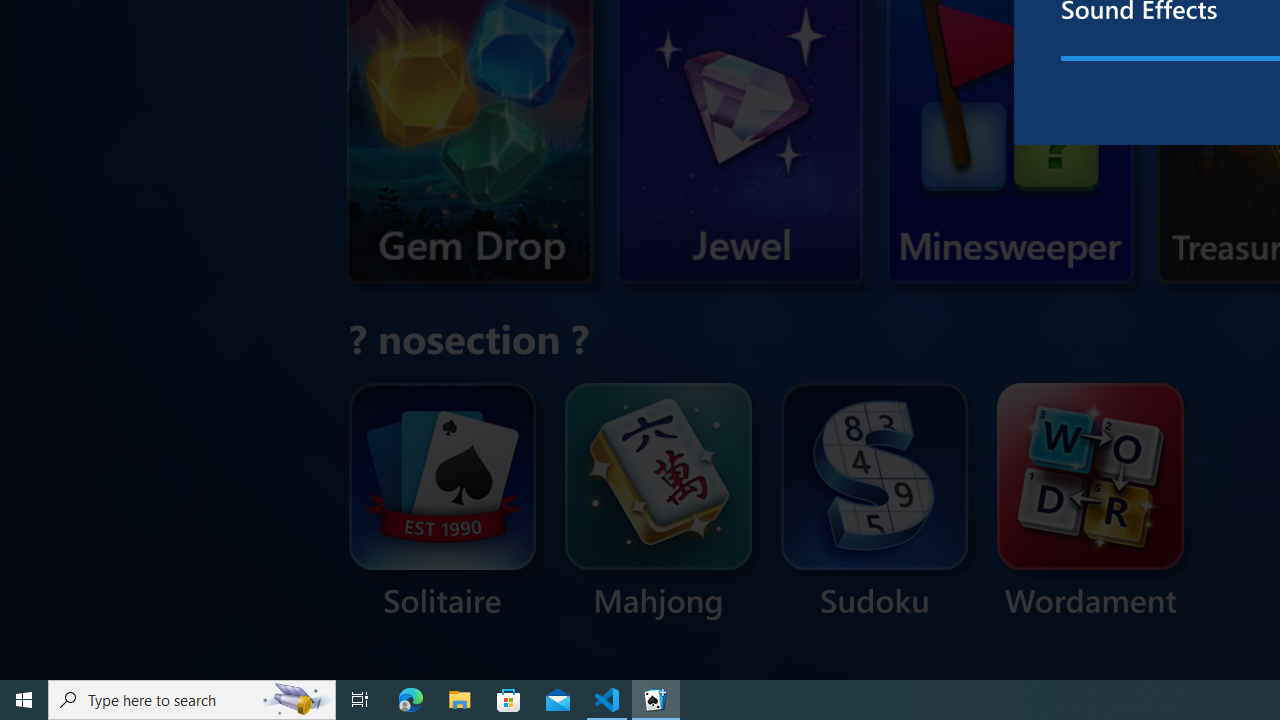 This screenshot has height=720, width=1280. Describe the element at coordinates (1089, 501) in the screenshot. I see `'Wordament'` at that location.